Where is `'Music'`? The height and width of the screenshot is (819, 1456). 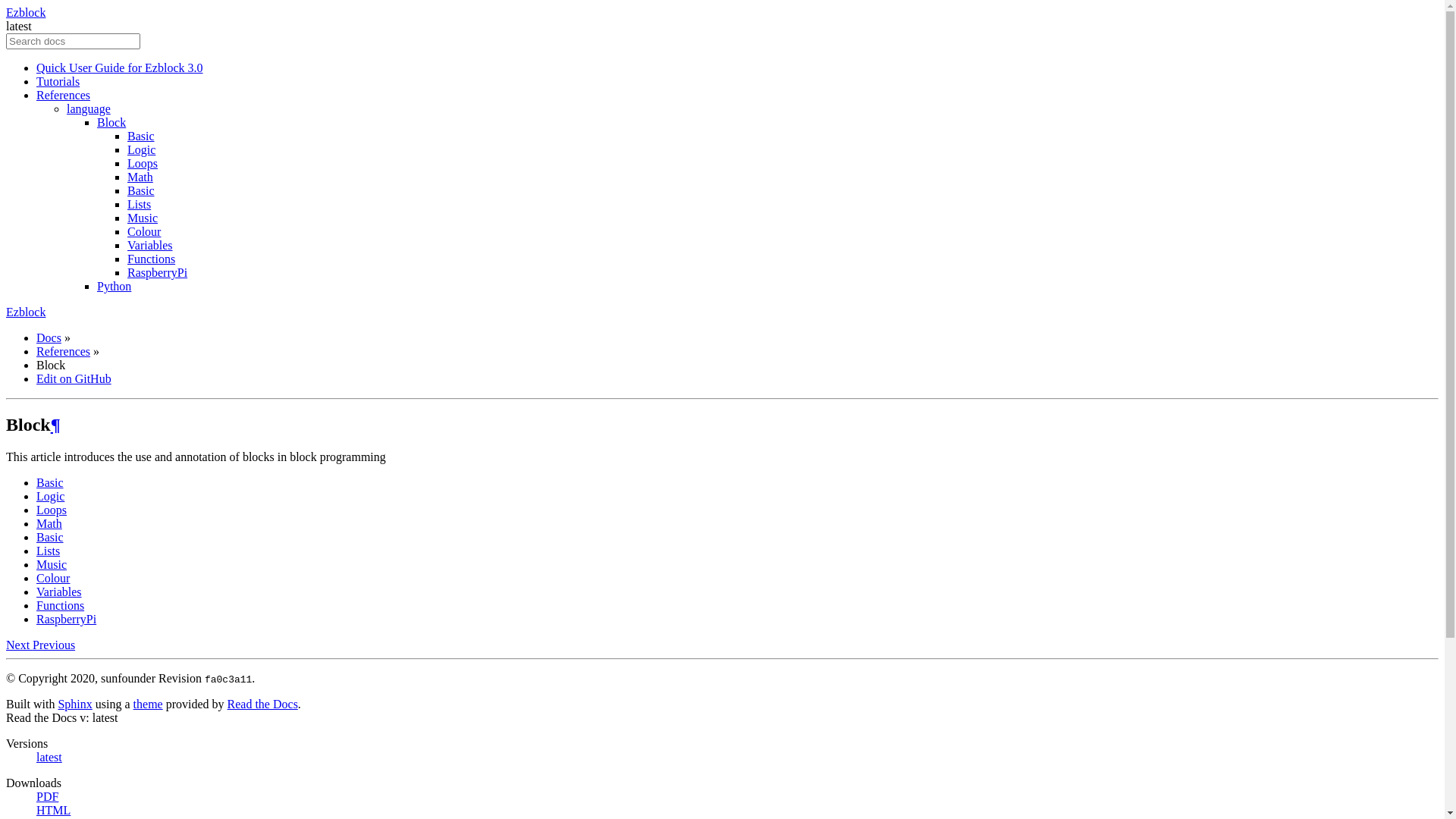
'Music' is located at coordinates (51, 564).